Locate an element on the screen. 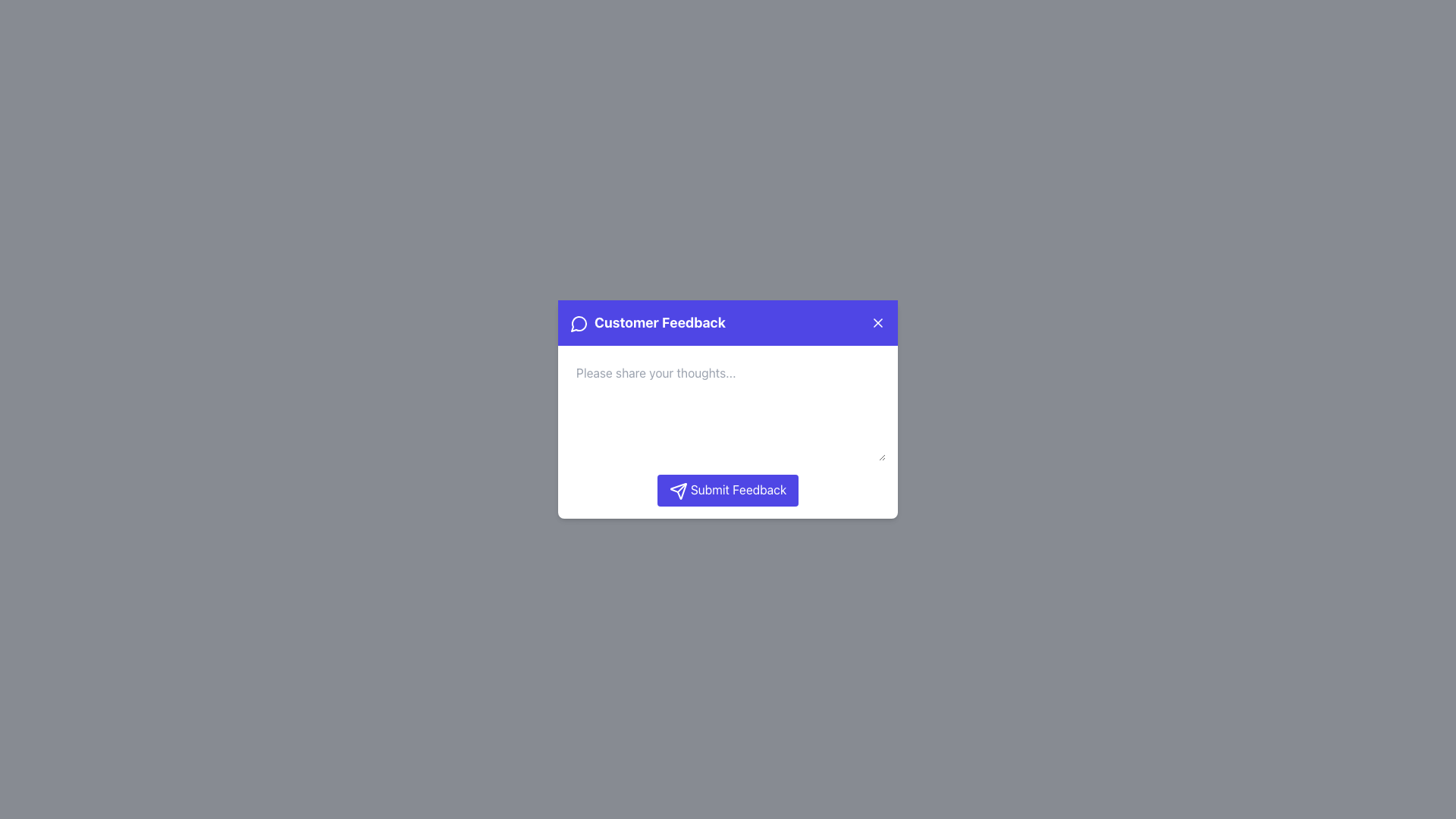  the decorative icon within the 'Submit Feedback' button located in the bottom section of the feedback panel is located at coordinates (677, 491).